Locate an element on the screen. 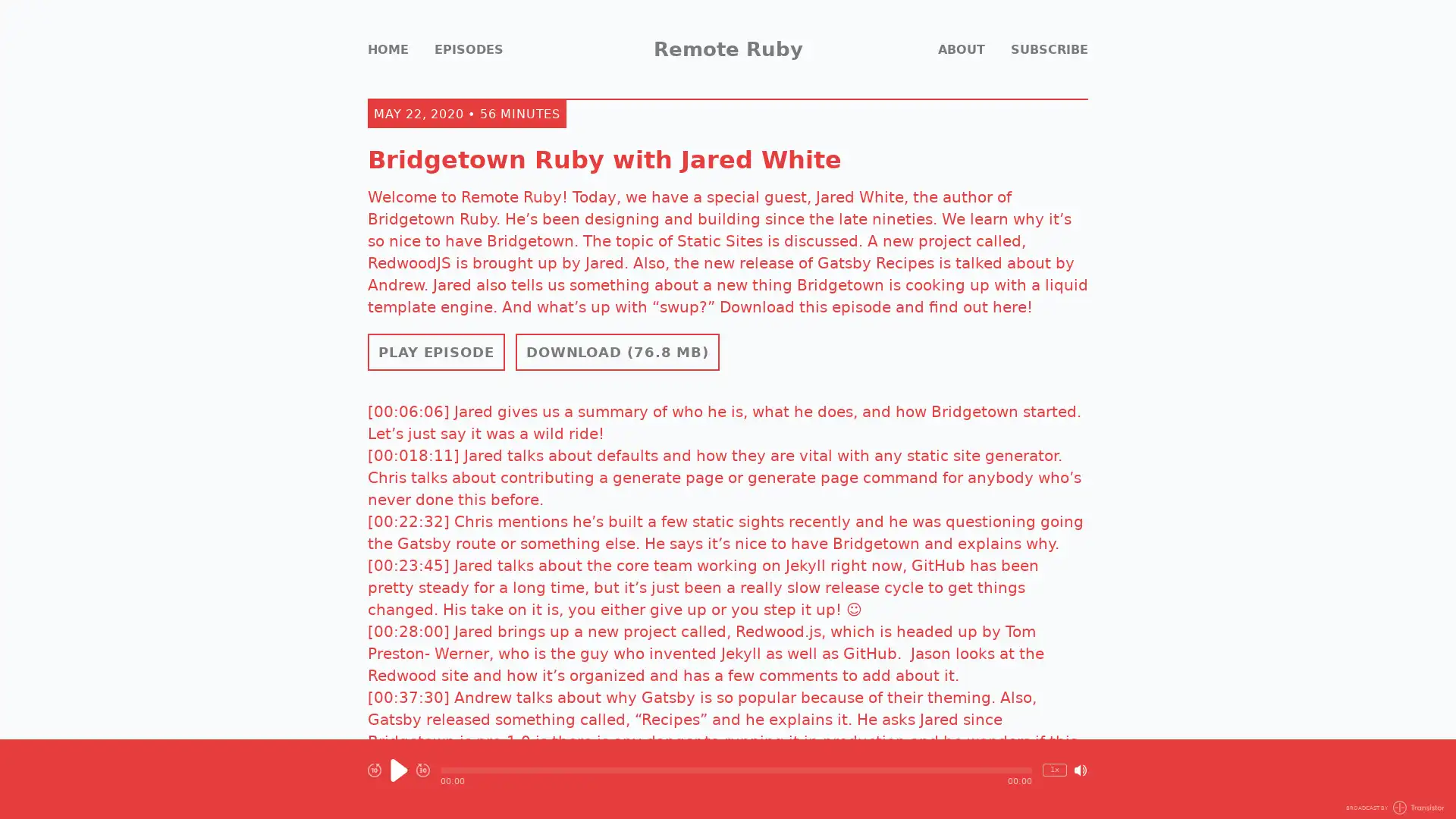  Change Playback Speed (currently 1 times speed) is located at coordinates (1054, 769).